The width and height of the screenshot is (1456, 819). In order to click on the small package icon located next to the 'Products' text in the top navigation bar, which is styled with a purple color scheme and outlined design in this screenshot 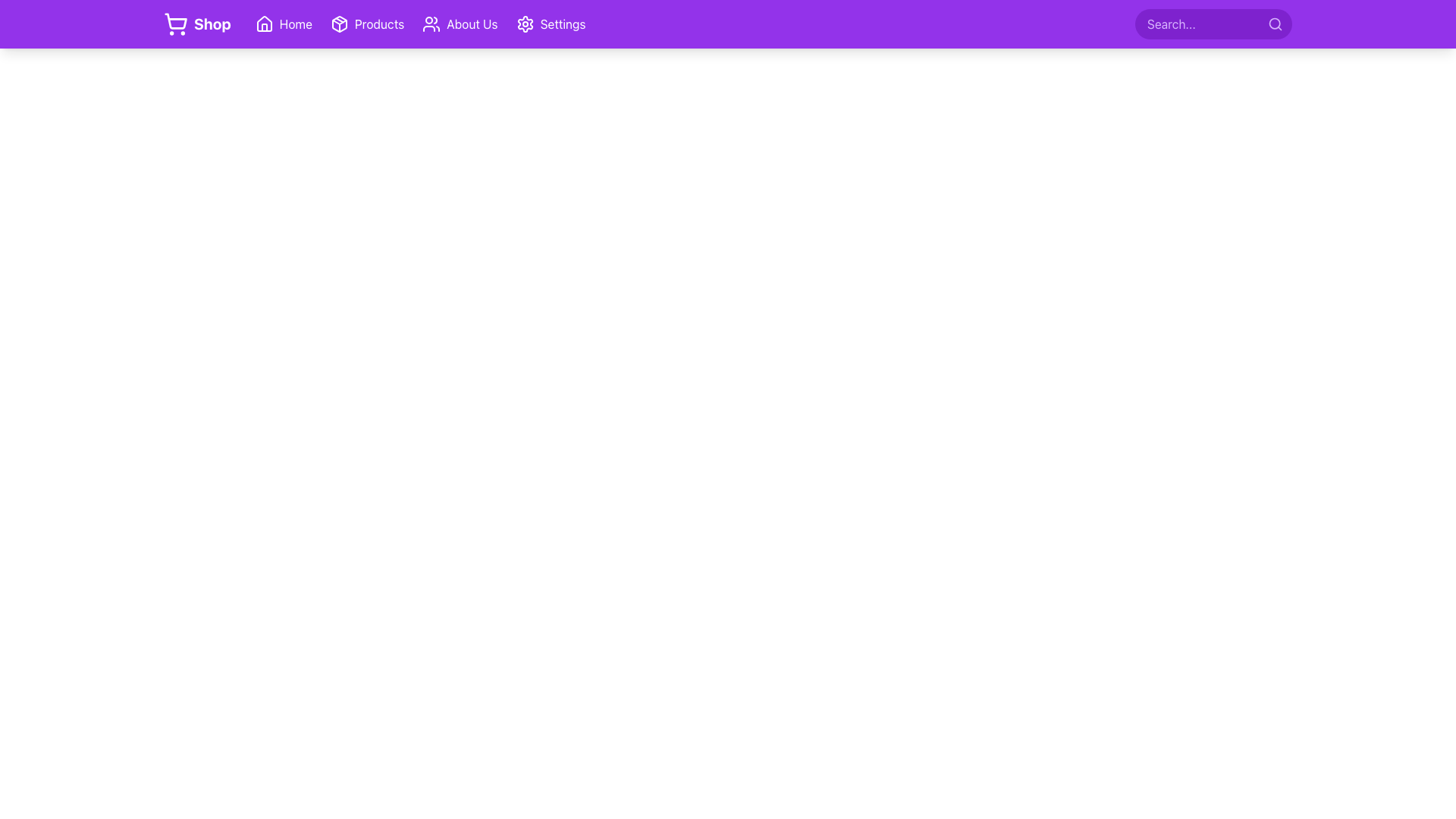, I will do `click(338, 24)`.